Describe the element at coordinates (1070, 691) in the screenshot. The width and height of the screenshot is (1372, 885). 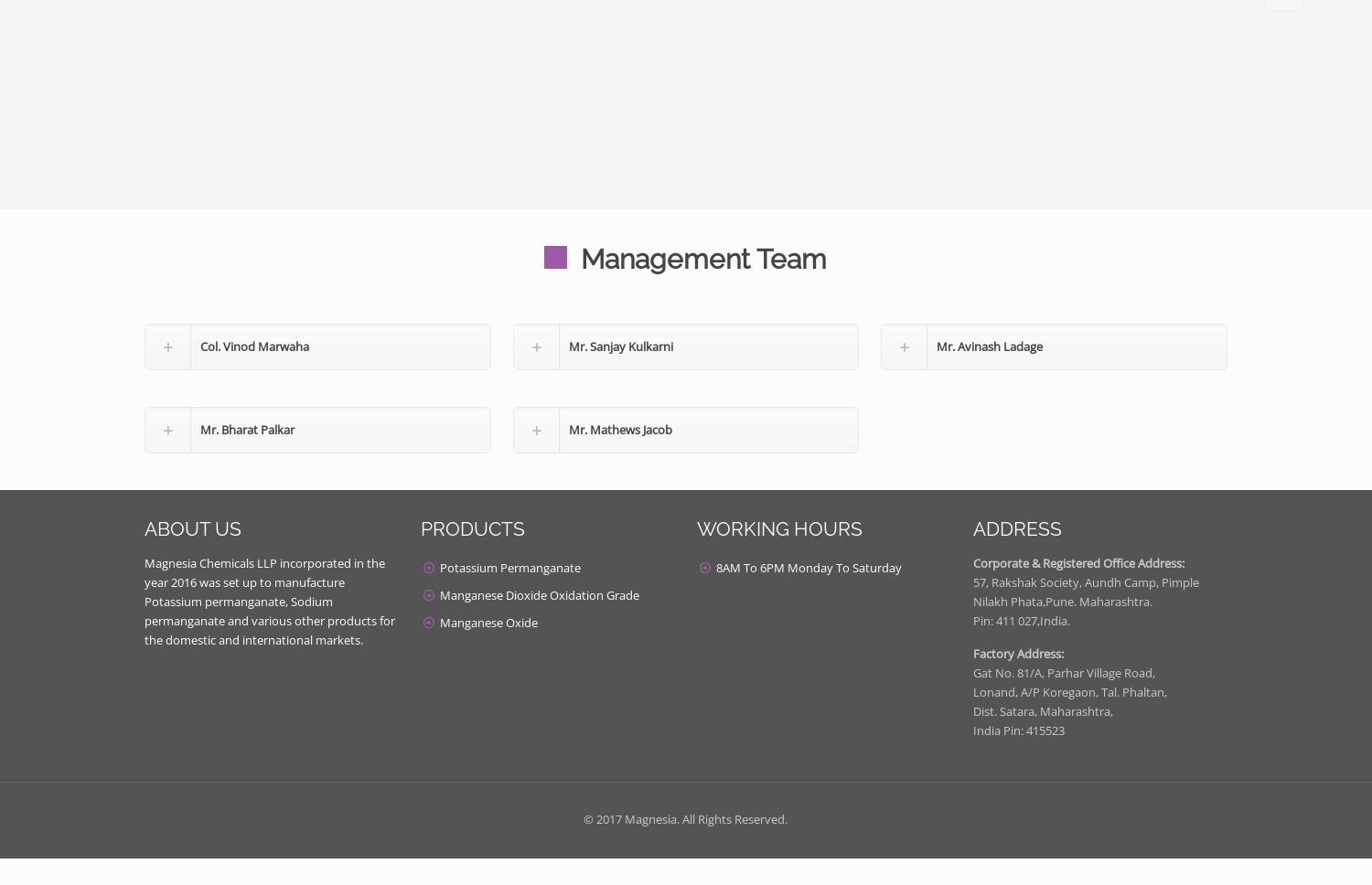
I see `'Lonand, A/P Koregaon, Tal. Phaltan,'` at that location.